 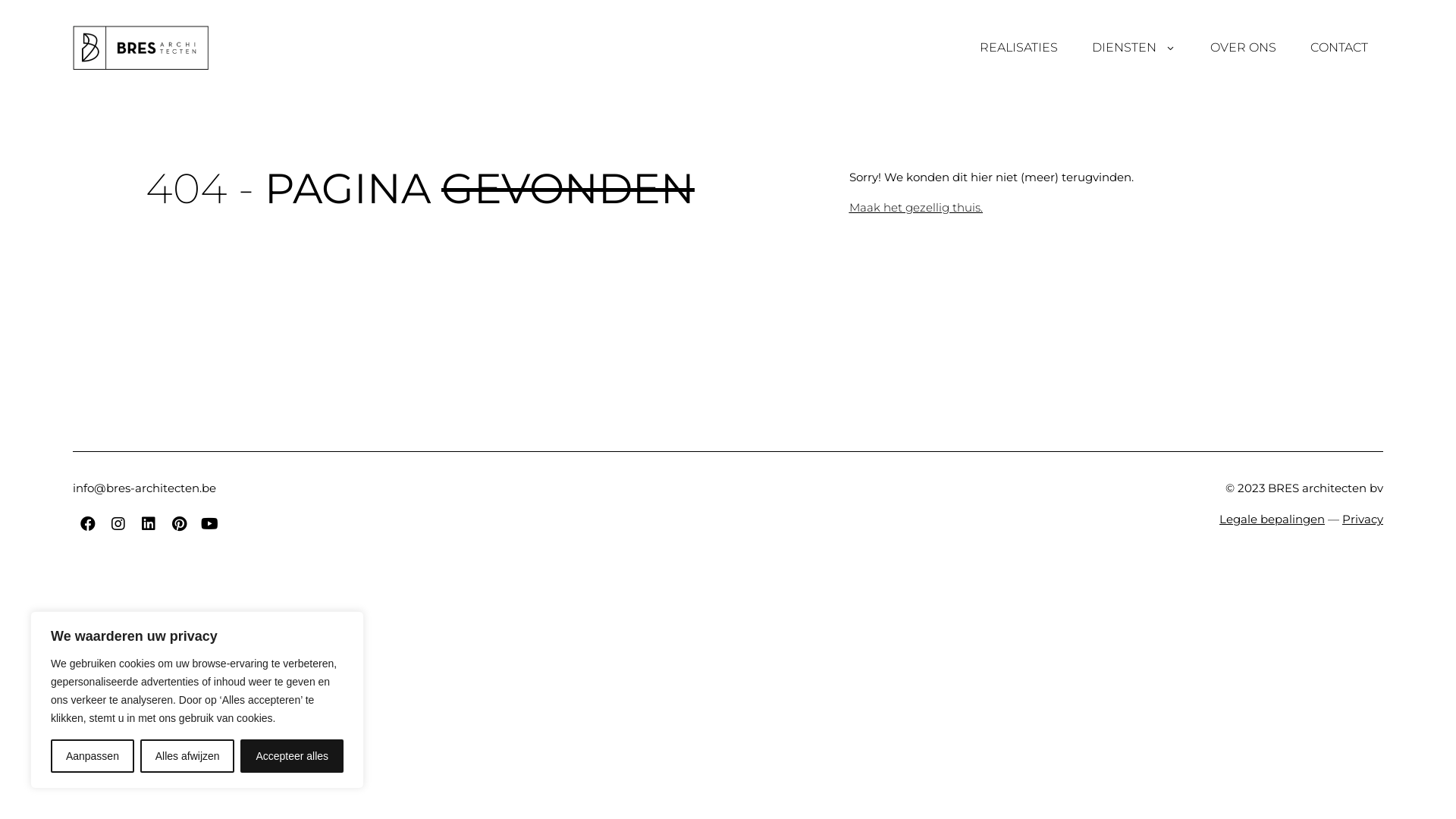 What do you see at coordinates (239, 755) in the screenshot?
I see `'Accepteer alles'` at bounding box center [239, 755].